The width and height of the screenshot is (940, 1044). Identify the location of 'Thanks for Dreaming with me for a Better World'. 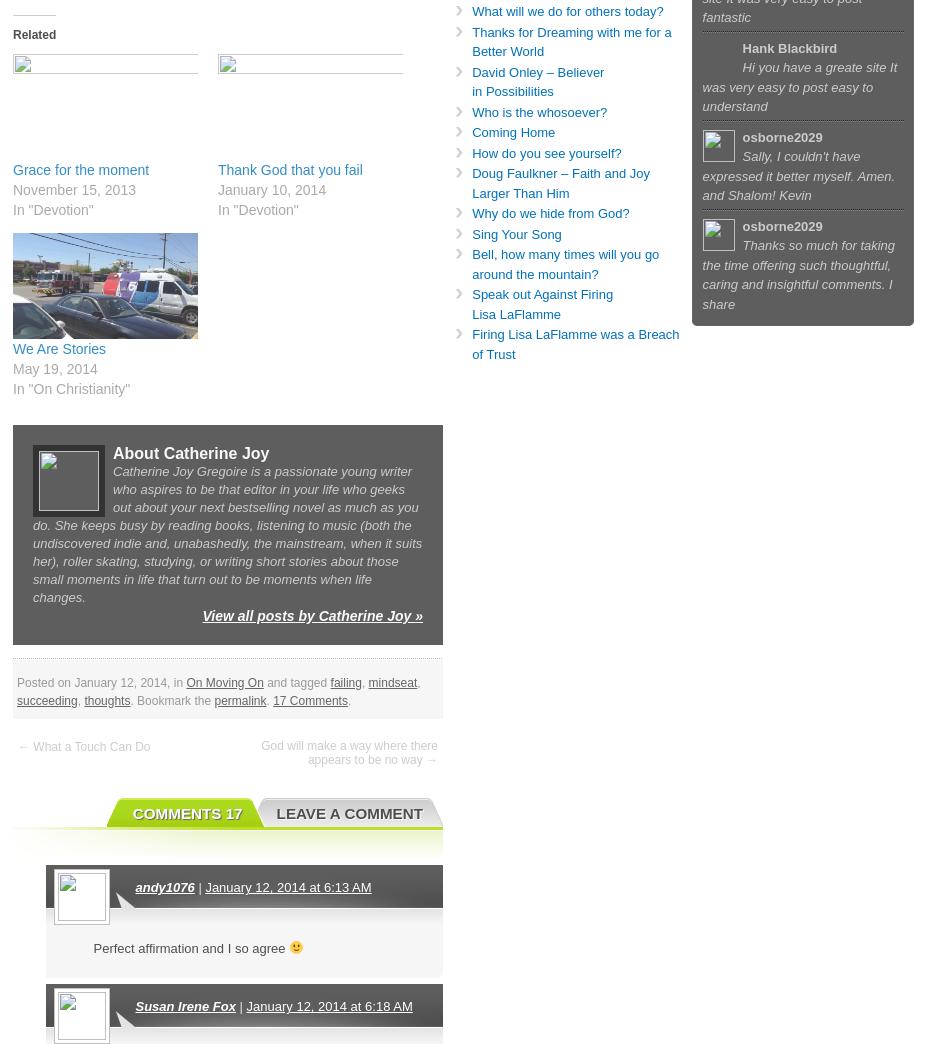
(471, 40).